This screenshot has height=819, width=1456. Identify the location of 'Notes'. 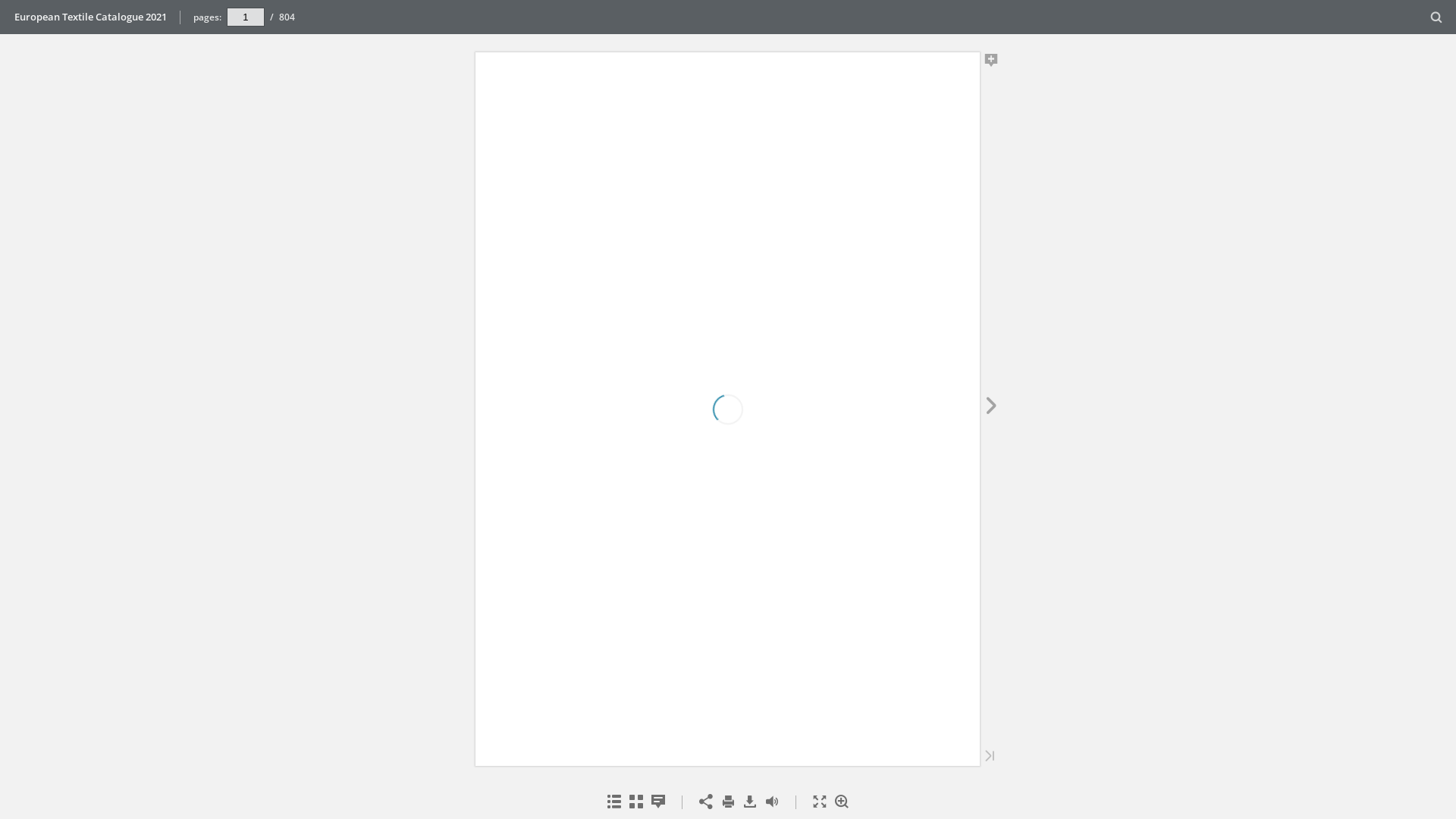
(658, 801).